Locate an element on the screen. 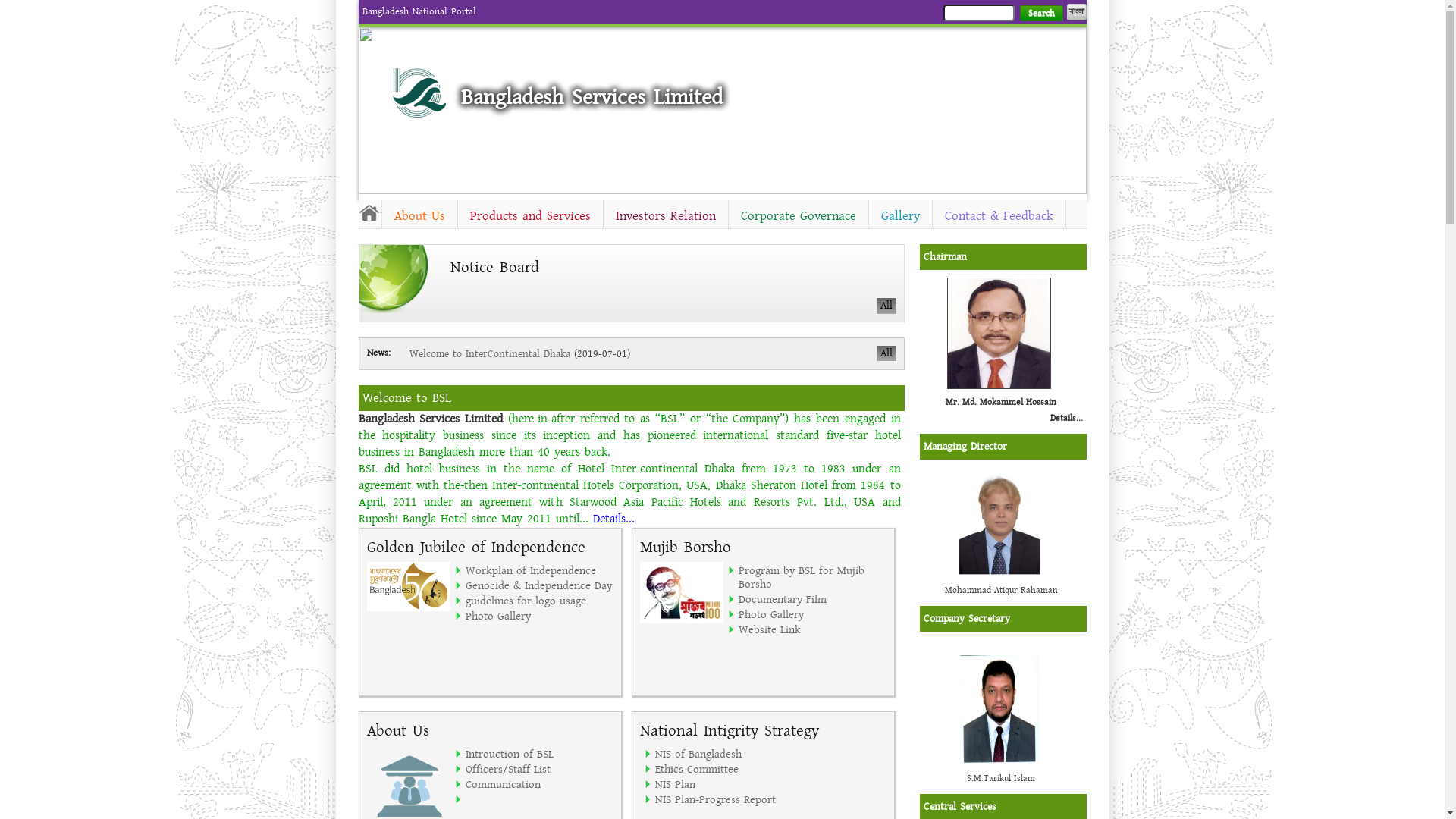  'Photo Gallery' is located at coordinates (539, 616).